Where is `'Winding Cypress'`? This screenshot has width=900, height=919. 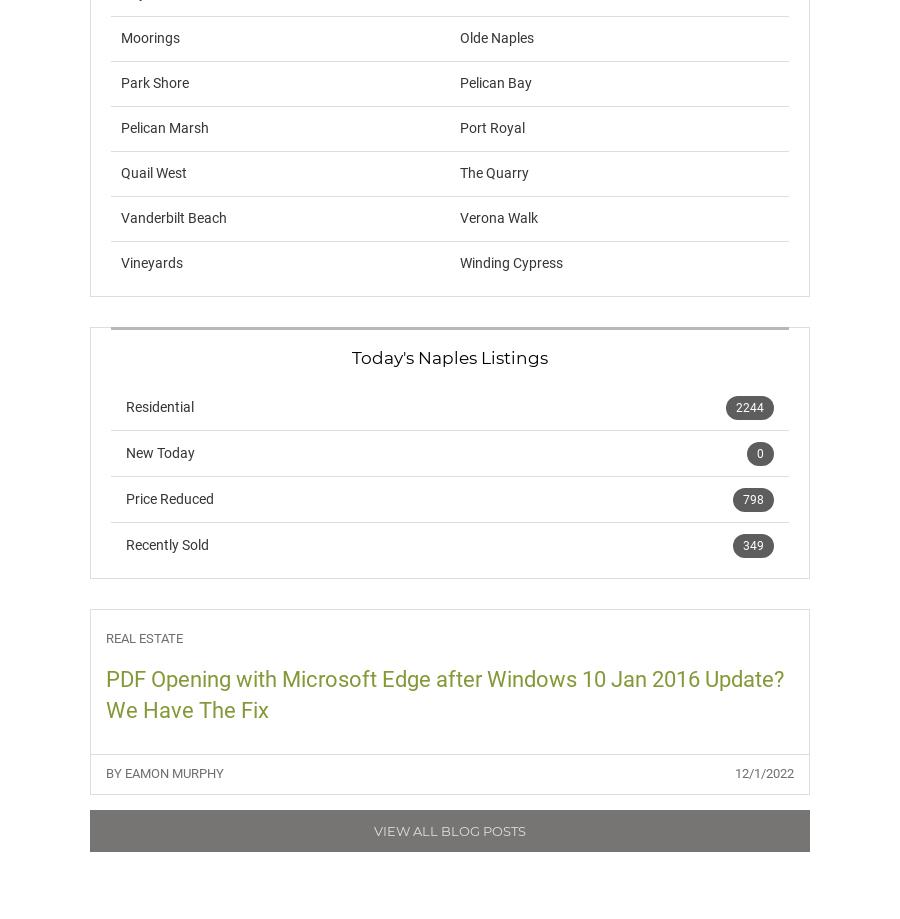 'Winding Cypress' is located at coordinates (510, 263).